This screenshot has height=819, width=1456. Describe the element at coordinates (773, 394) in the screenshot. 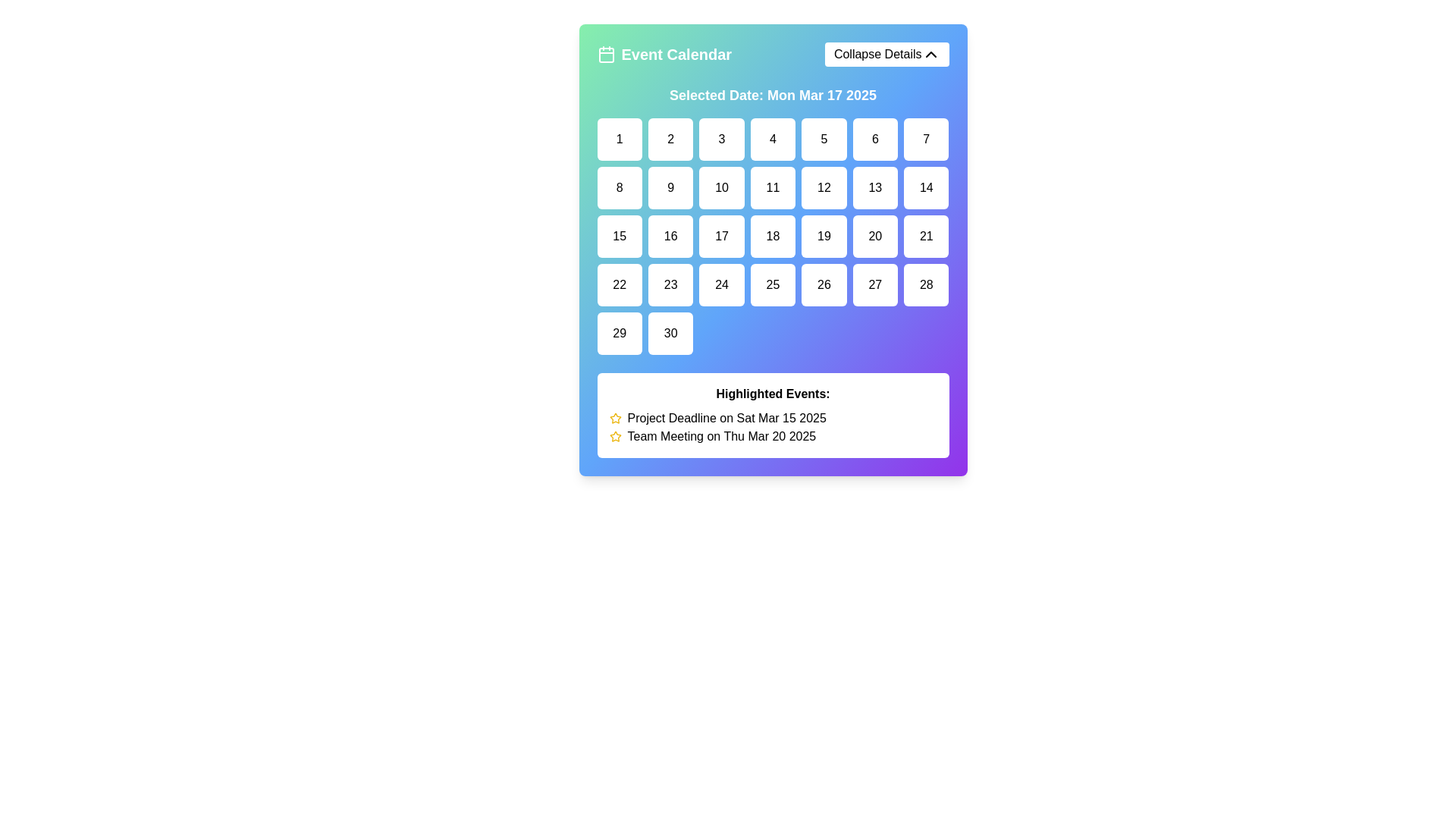

I see `the text label that indicates notable events, located within a light-colored box at the bottom of the calendar interface` at that location.